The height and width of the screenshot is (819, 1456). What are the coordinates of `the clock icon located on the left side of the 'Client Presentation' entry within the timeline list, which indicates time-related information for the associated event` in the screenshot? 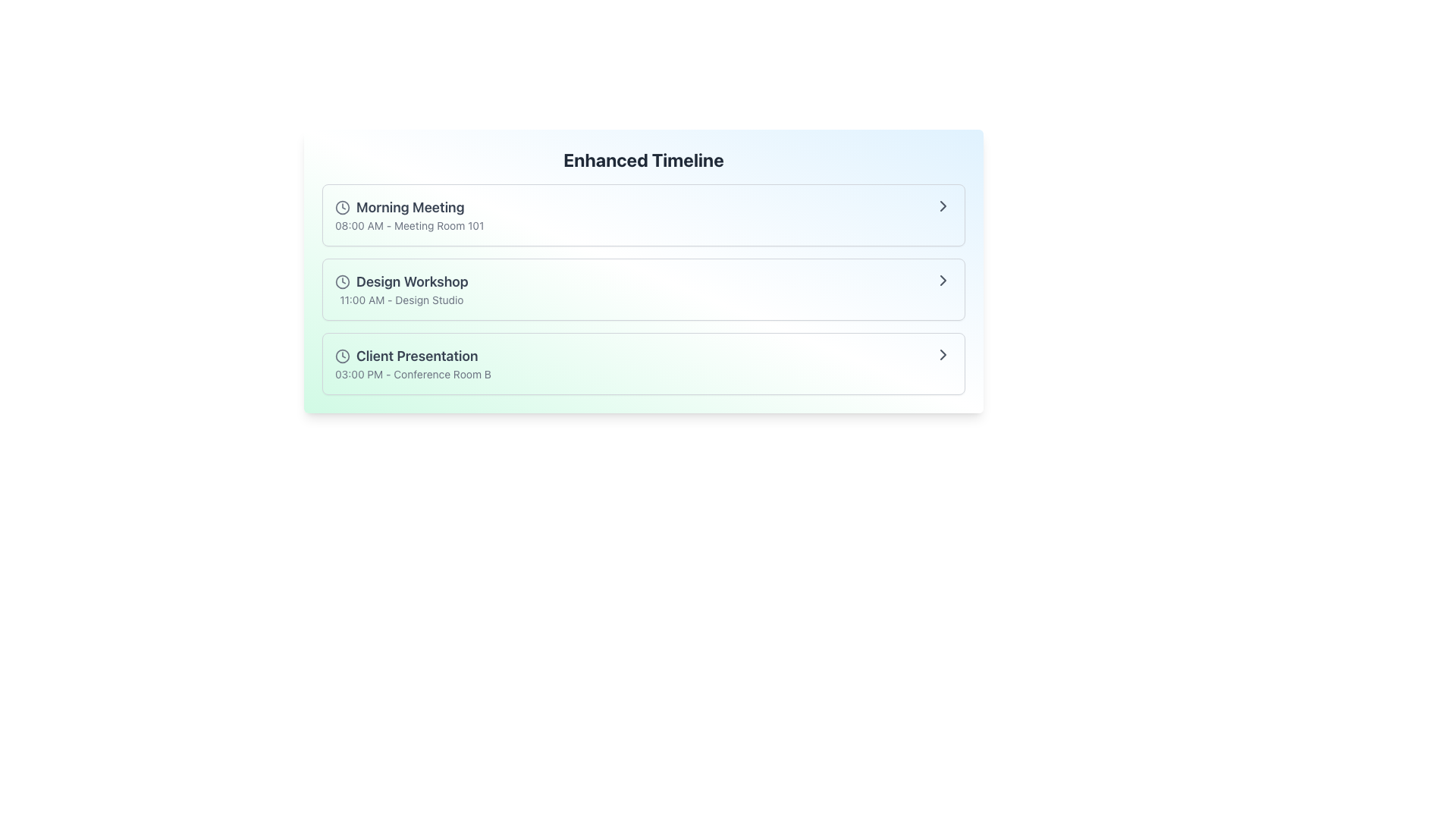 It's located at (341, 356).